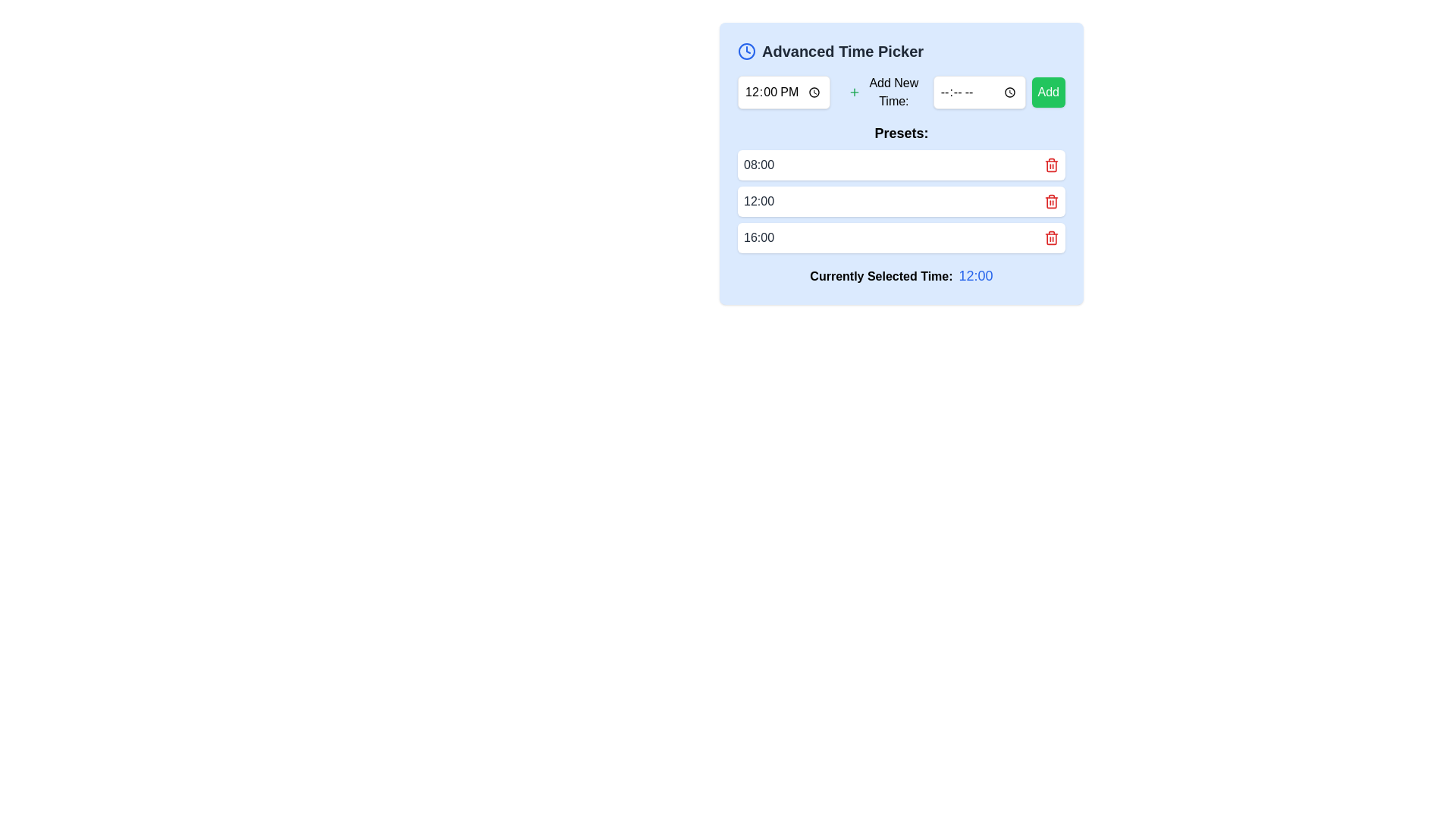 The image size is (1456, 819). What do you see at coordinates (902, 133) in the screenshot?
I see `the static text label reading 'Presets:' located at the top of the 'Advanced Time Picker' panel, which is styled with bold and larger font size` at bounding box center [902, 133].